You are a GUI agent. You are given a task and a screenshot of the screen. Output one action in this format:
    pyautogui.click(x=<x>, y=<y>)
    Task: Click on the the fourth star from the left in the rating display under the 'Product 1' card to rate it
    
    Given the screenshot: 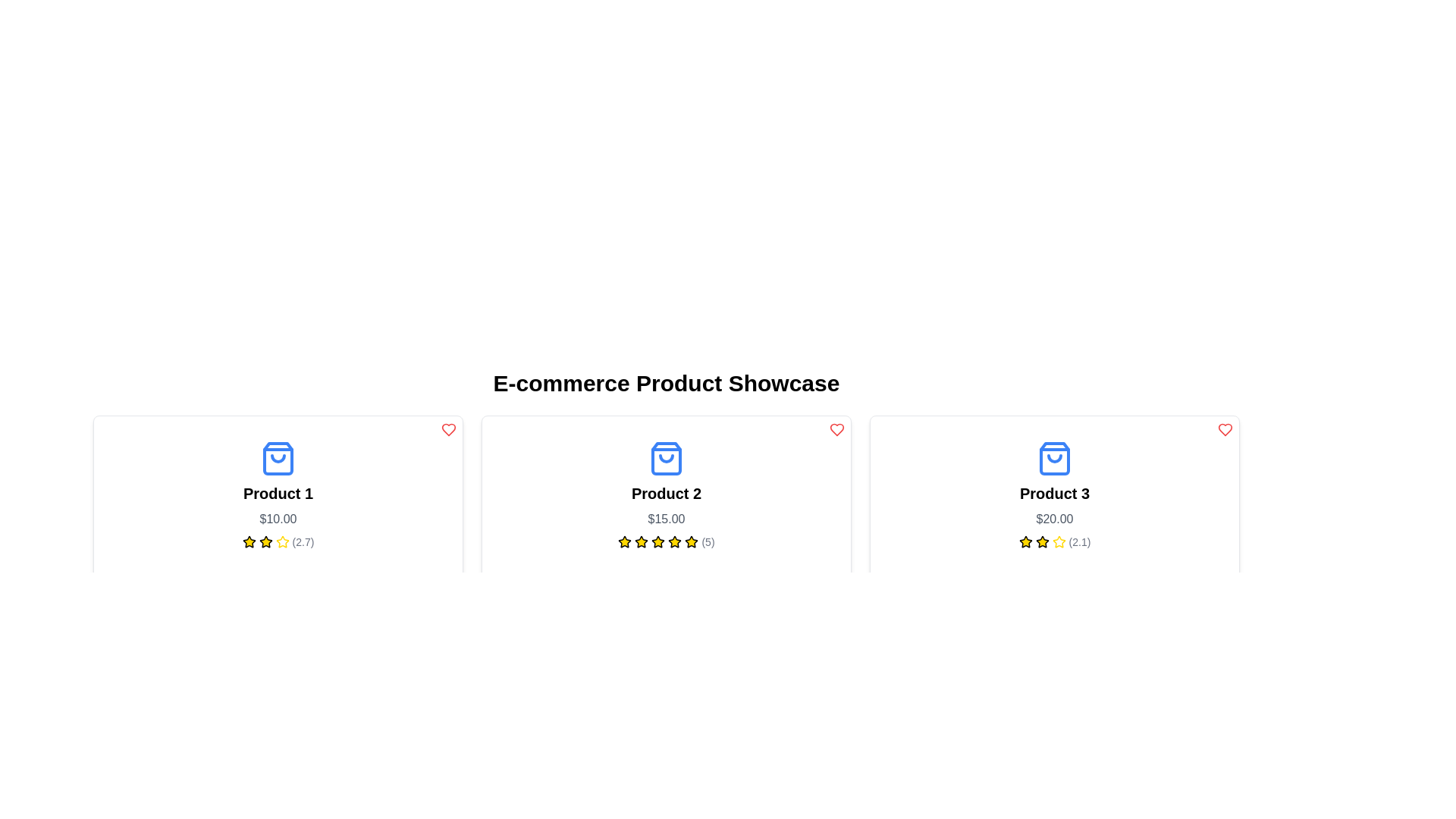 What is the action you would take?
    pyautogui.click(x=282, y=541)
    